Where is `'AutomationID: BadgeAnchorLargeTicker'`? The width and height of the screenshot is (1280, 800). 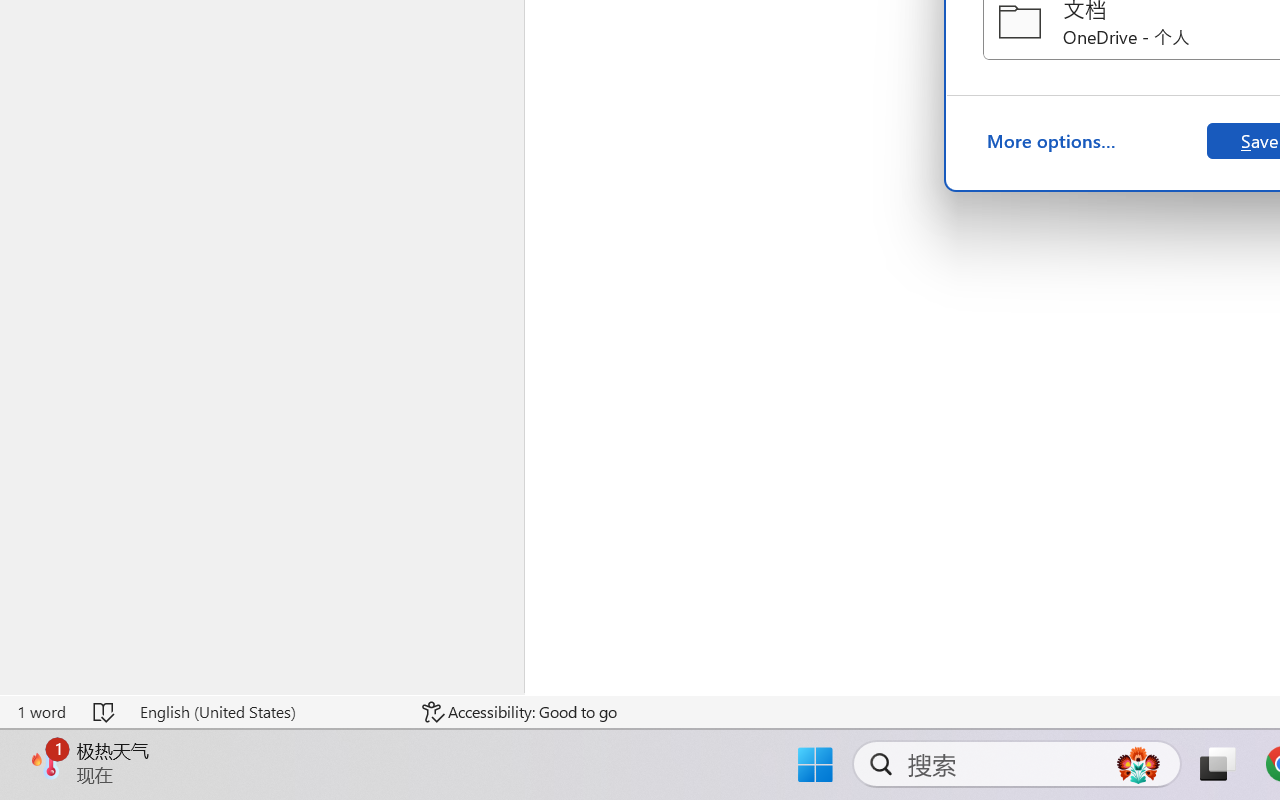
'AutomationID: BadgeAnchorLargeTicker' is located at coordinates (46, 762).